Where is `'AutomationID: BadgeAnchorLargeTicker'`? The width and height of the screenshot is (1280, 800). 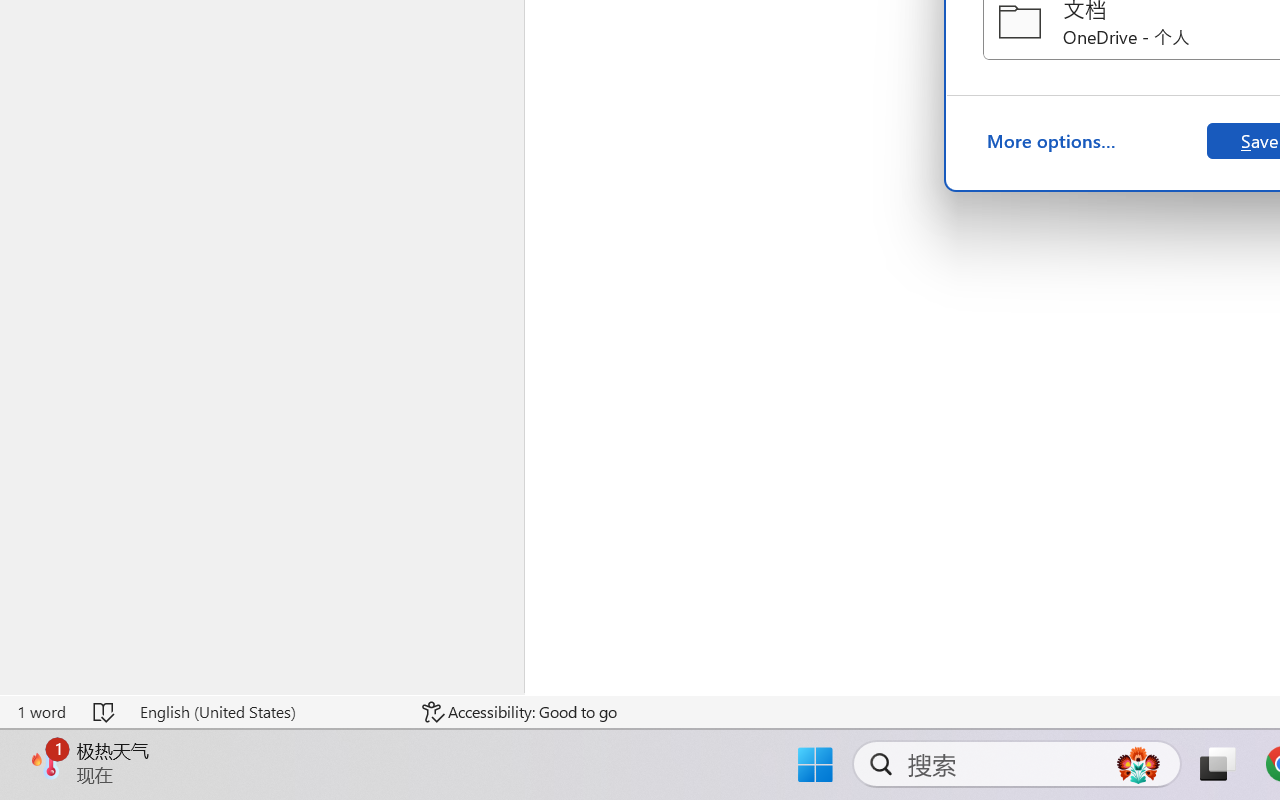
'AutomationID: BadgeAnchorLargeTicker' is located at coordinates (46, 762).